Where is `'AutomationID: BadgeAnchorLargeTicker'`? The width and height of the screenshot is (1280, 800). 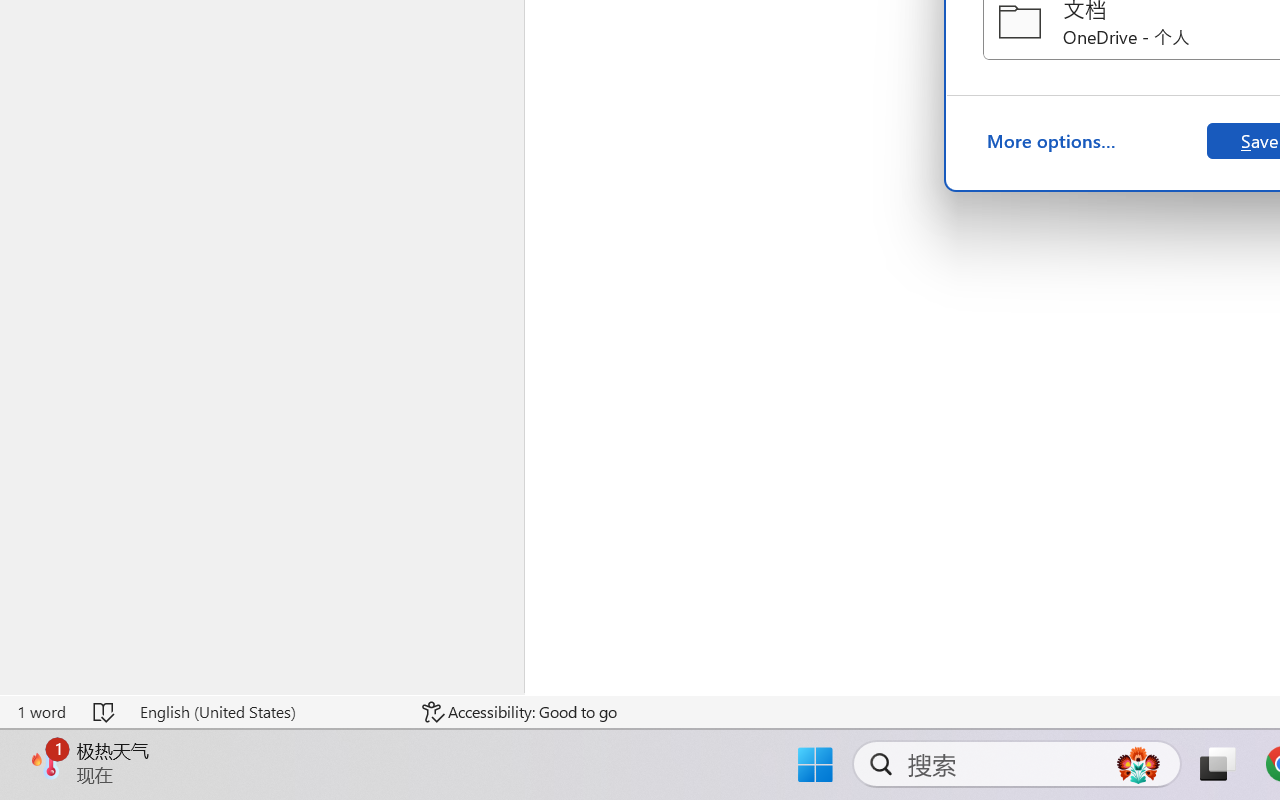
'AutomationID: BadgeAnchorLargeTicker' is located at coordinates (46, 762).